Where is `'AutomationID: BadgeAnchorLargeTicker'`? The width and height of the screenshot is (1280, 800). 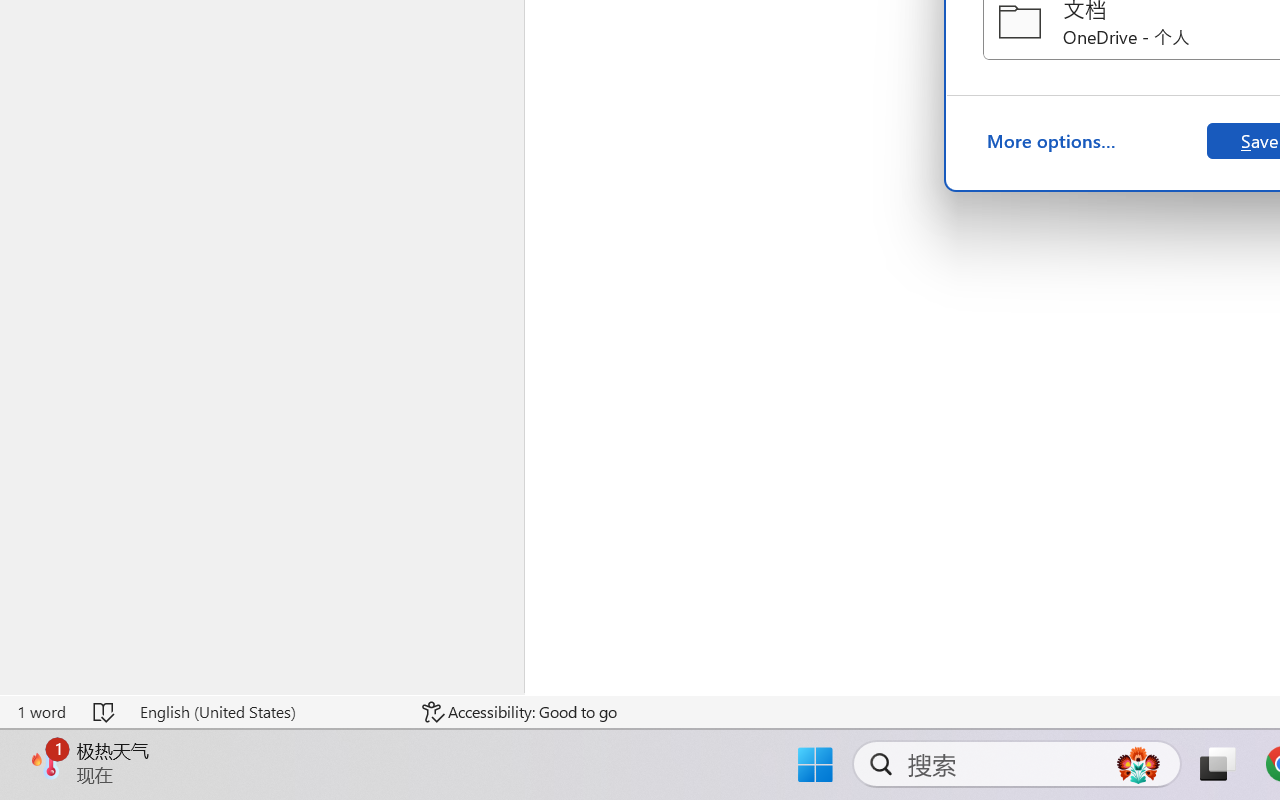
'AutomationID: BadgeAnchorLargeTicker' is located at coordinates (46, 762).